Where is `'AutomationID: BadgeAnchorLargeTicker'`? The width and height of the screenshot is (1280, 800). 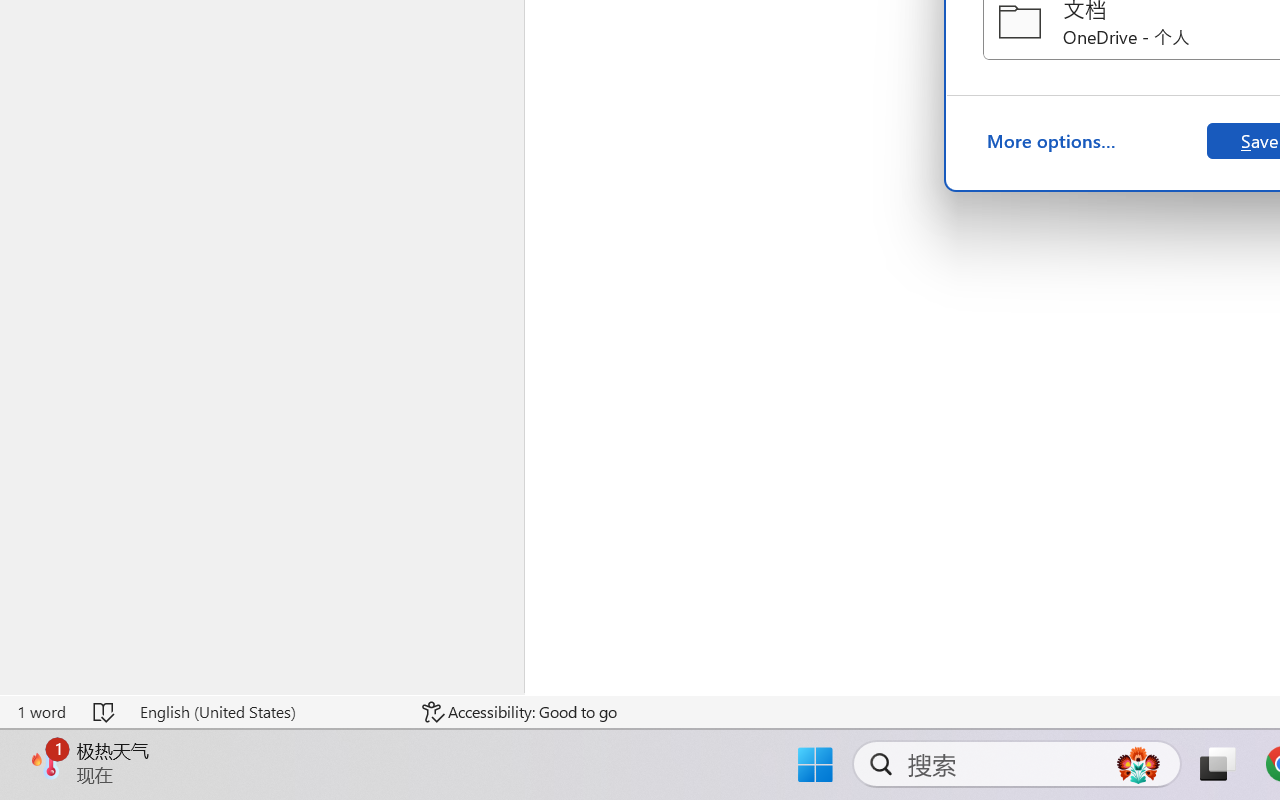
'AutomationID: BadgeAnchorLargeTicker' is located at coordinates (46, 762).